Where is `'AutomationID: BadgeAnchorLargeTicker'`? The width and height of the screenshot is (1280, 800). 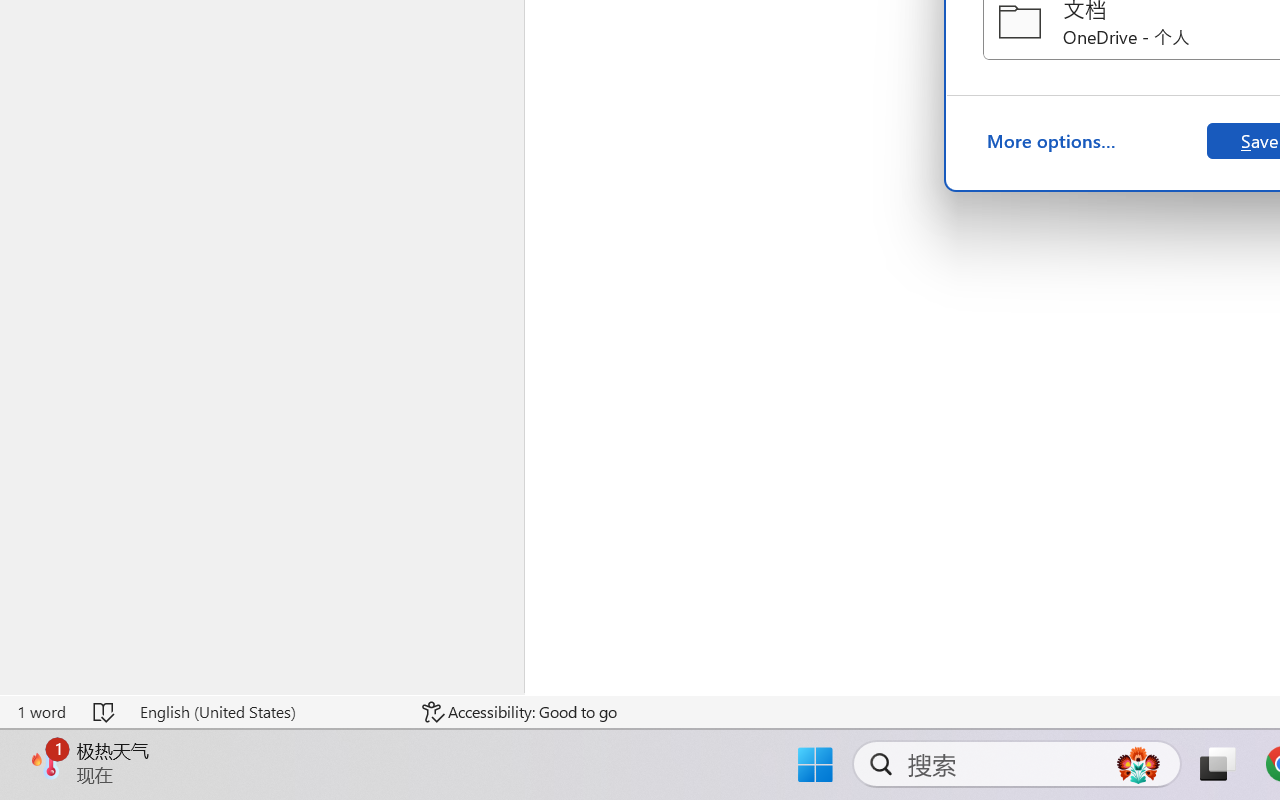
'AutomationID: BadgeAnchorLargeTicker' is located at coordinates (46, 762).